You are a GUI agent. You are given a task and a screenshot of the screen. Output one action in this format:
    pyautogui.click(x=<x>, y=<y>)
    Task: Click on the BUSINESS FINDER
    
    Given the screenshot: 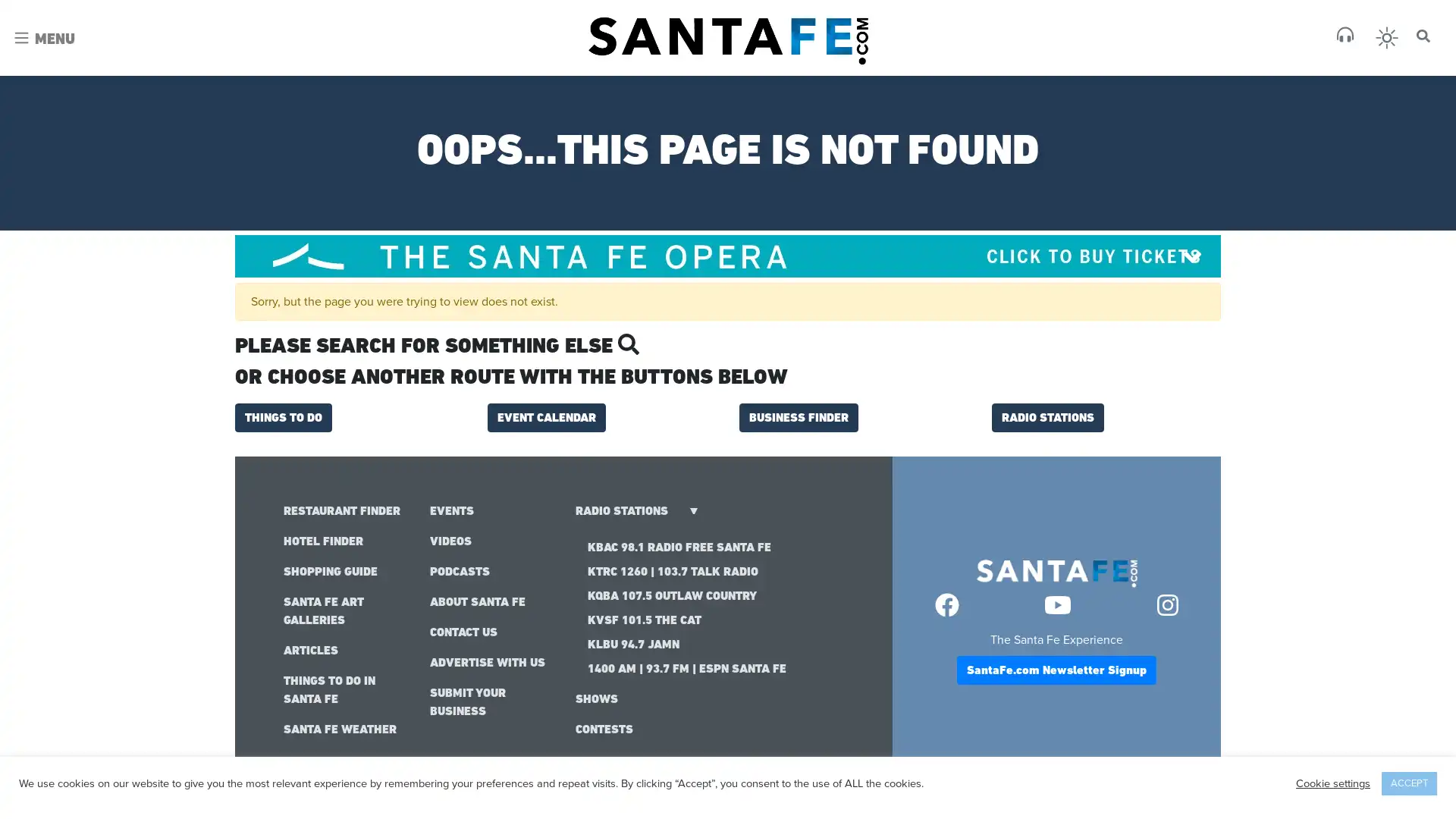 What is the action you would take?
    pyautogui.click(x=798, y=417)
    